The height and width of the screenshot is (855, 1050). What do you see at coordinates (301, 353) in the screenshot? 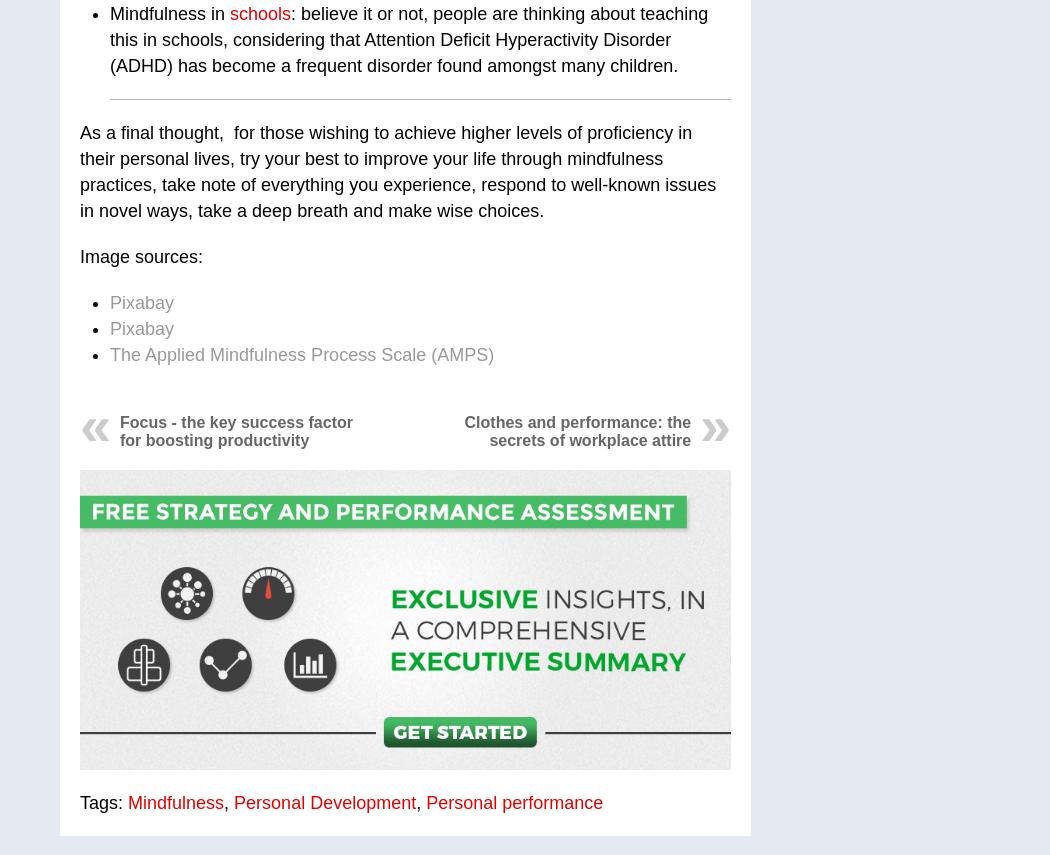
I see `'The Applied Mindfulness Process Scale (AMPS)'` at bounding box center [301, 353].